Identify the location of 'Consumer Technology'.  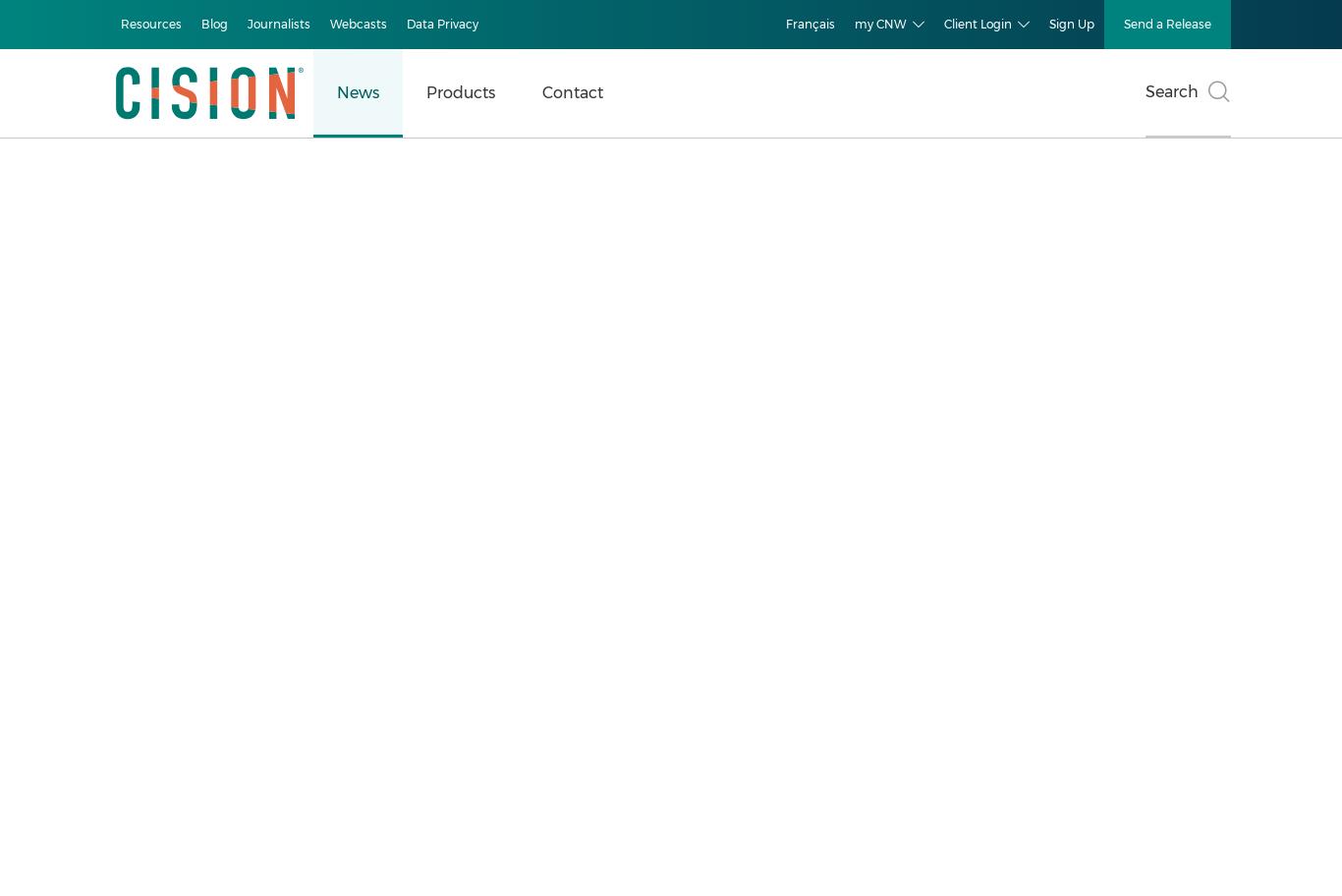
(152, 560).